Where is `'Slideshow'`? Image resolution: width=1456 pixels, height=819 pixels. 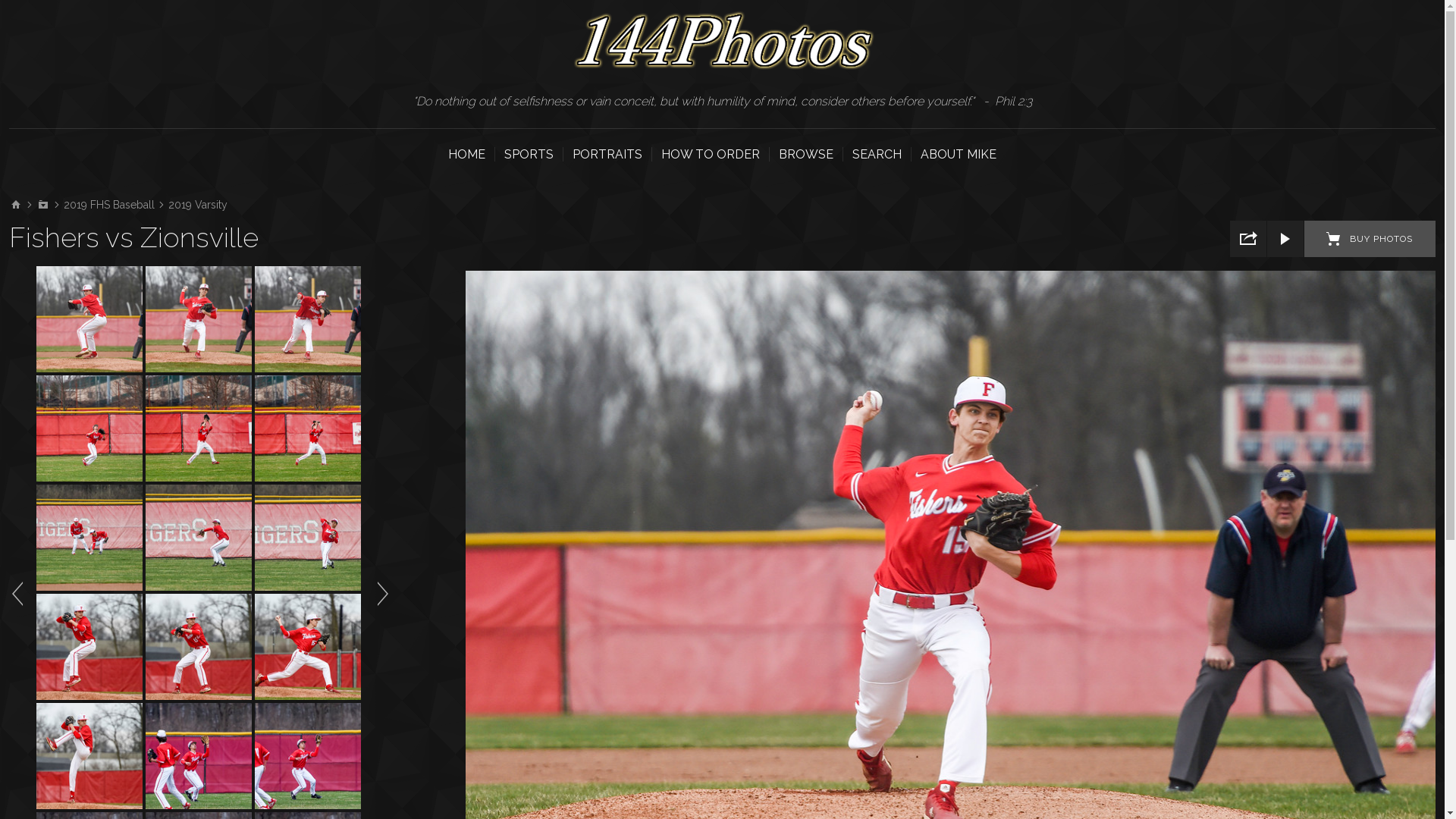 'Slideshow' is located at coordinates (1284, 239).